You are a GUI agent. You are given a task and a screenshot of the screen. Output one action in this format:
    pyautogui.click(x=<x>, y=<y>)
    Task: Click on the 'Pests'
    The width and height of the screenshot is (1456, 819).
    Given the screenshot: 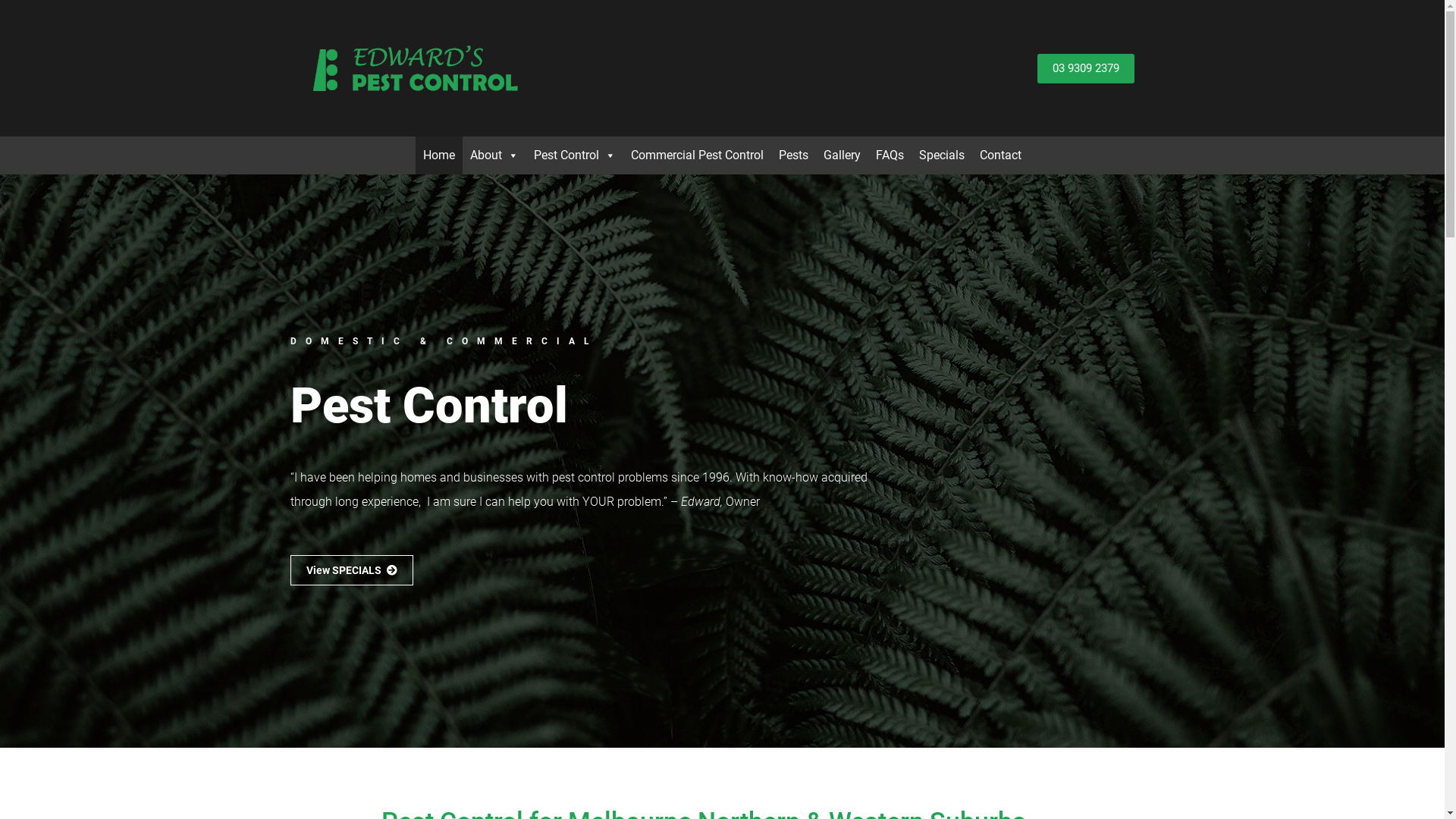 What is the action you would take?
    pyautogui.click(x=792, y=155)
    